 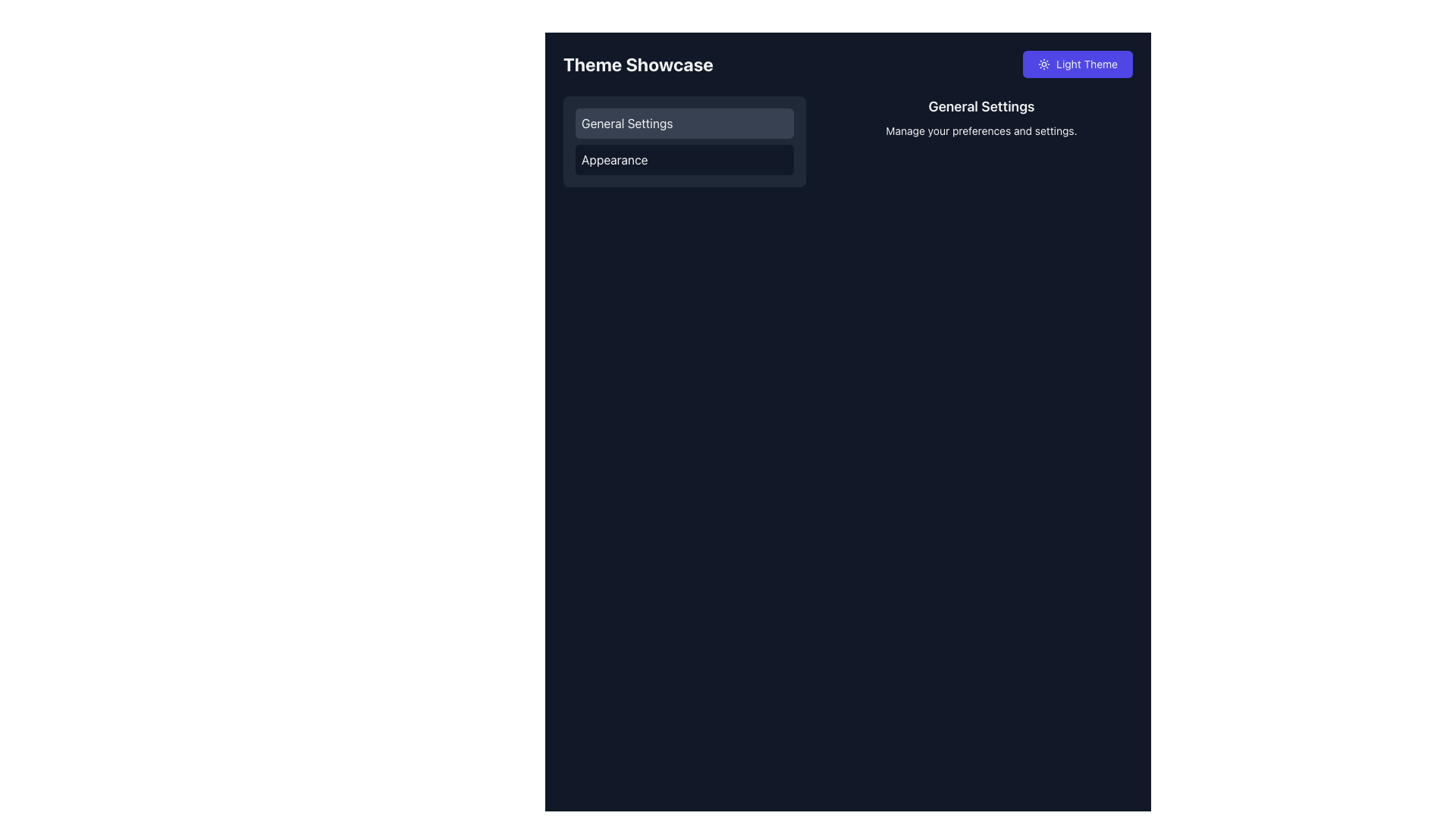 What do you see at coordinates (847, 141) in the screenshot?
I see `the Informational Display Section that describes the 'General Settings' category, located near the top-right corner of the layout adjacent to the vertical menu` at bounding box center [847, 141].